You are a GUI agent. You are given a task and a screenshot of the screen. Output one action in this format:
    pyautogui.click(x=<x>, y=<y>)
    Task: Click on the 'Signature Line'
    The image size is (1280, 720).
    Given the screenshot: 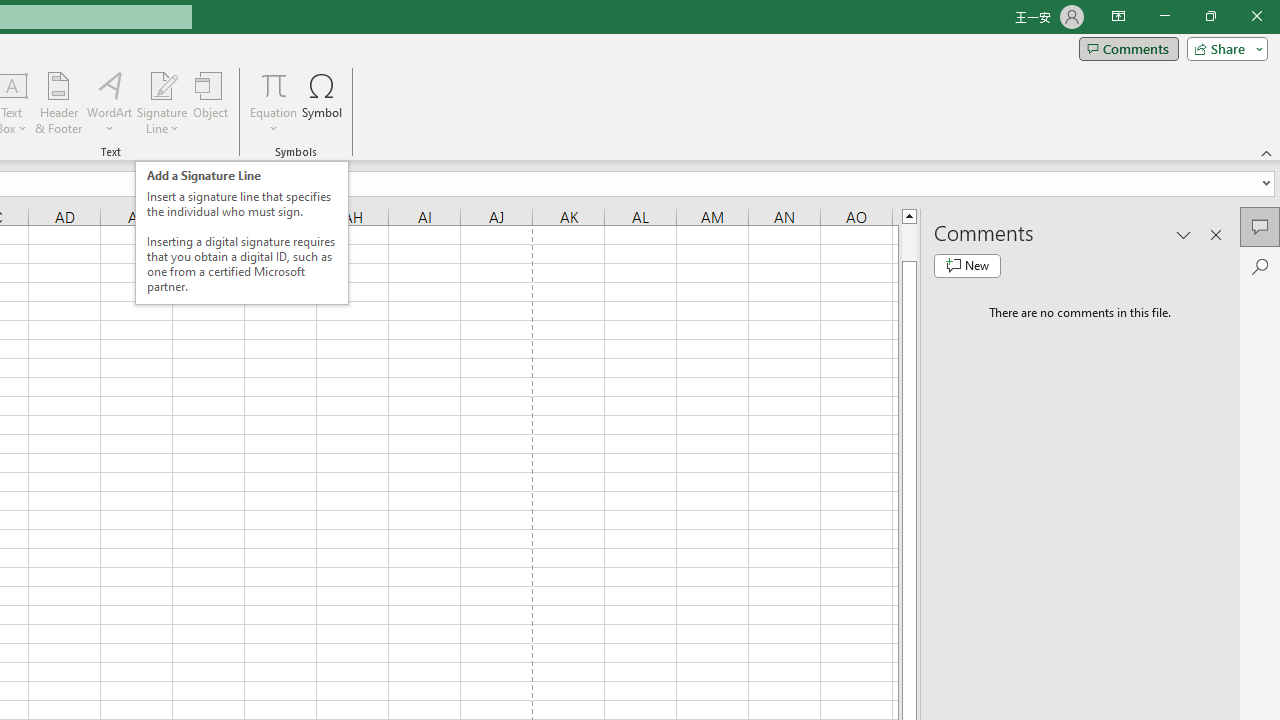 What is the action you would take?
    pyautogui.click(x=161, y=103)
    